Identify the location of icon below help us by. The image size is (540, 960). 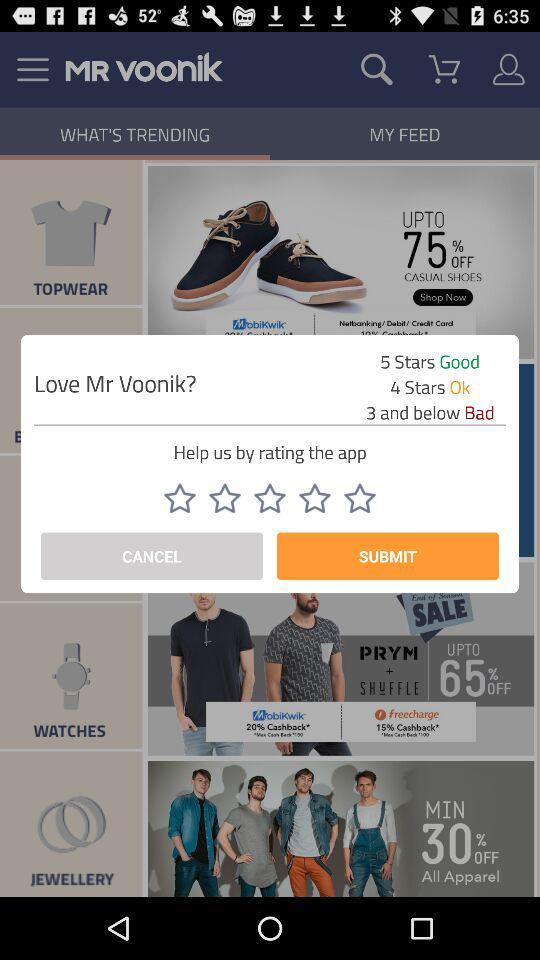
(179, 497).